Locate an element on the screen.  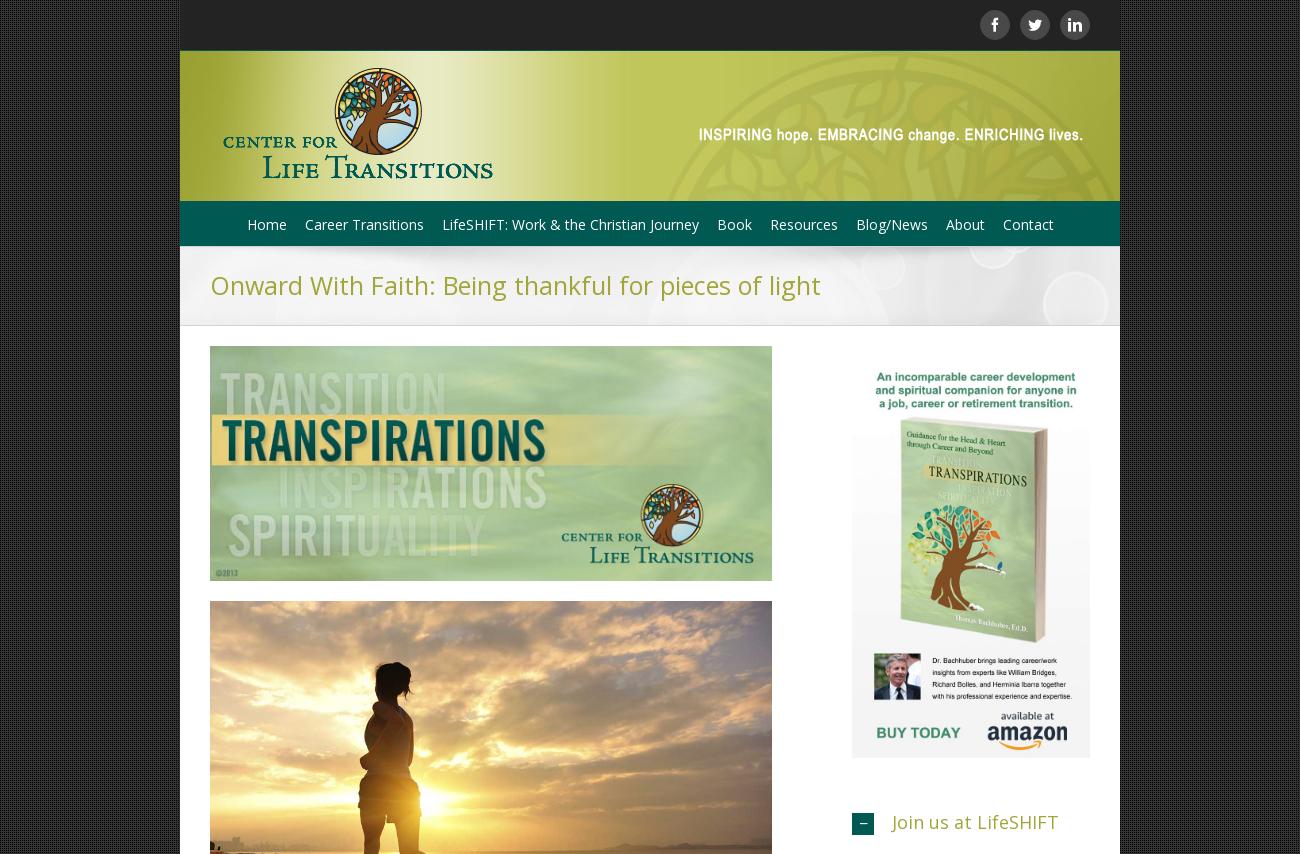
'Home' is located at coordinates (264, 224).